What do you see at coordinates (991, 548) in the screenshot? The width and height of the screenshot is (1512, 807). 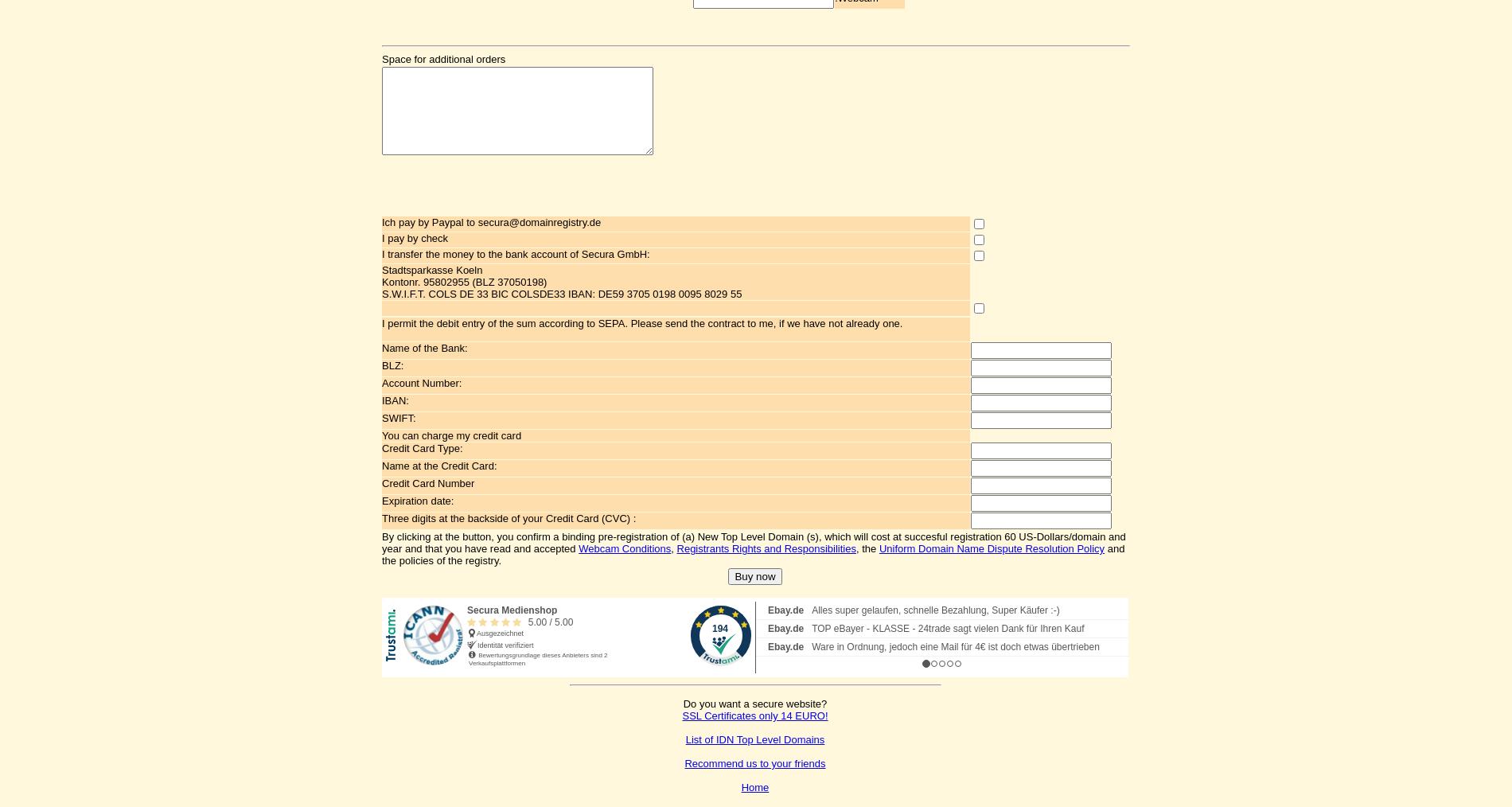 I see `'Uniform
Domain Name Dispute
Resolution Policy'` at bounding box center [991, 548].